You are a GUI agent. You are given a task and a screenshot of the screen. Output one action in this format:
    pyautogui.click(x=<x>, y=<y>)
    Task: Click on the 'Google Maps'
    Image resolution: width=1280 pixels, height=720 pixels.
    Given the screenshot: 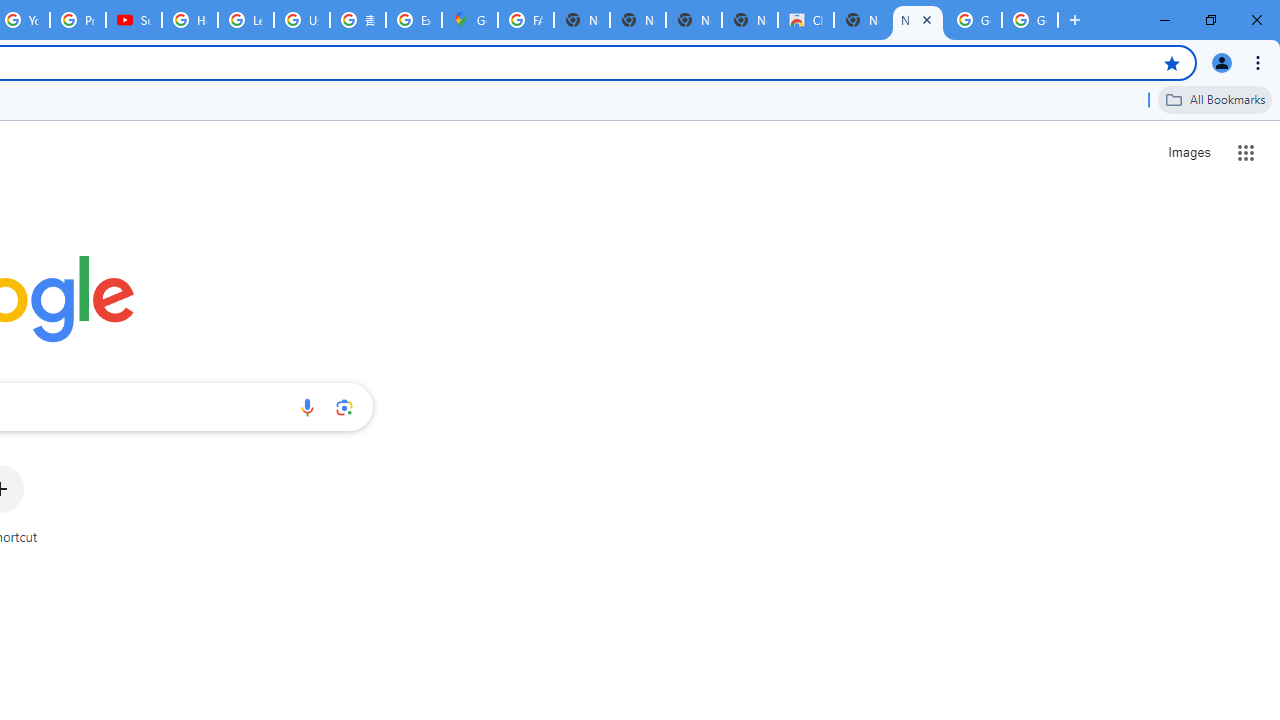 What is the action you would take?
    pyautogui.click(x=468, y=20)
    